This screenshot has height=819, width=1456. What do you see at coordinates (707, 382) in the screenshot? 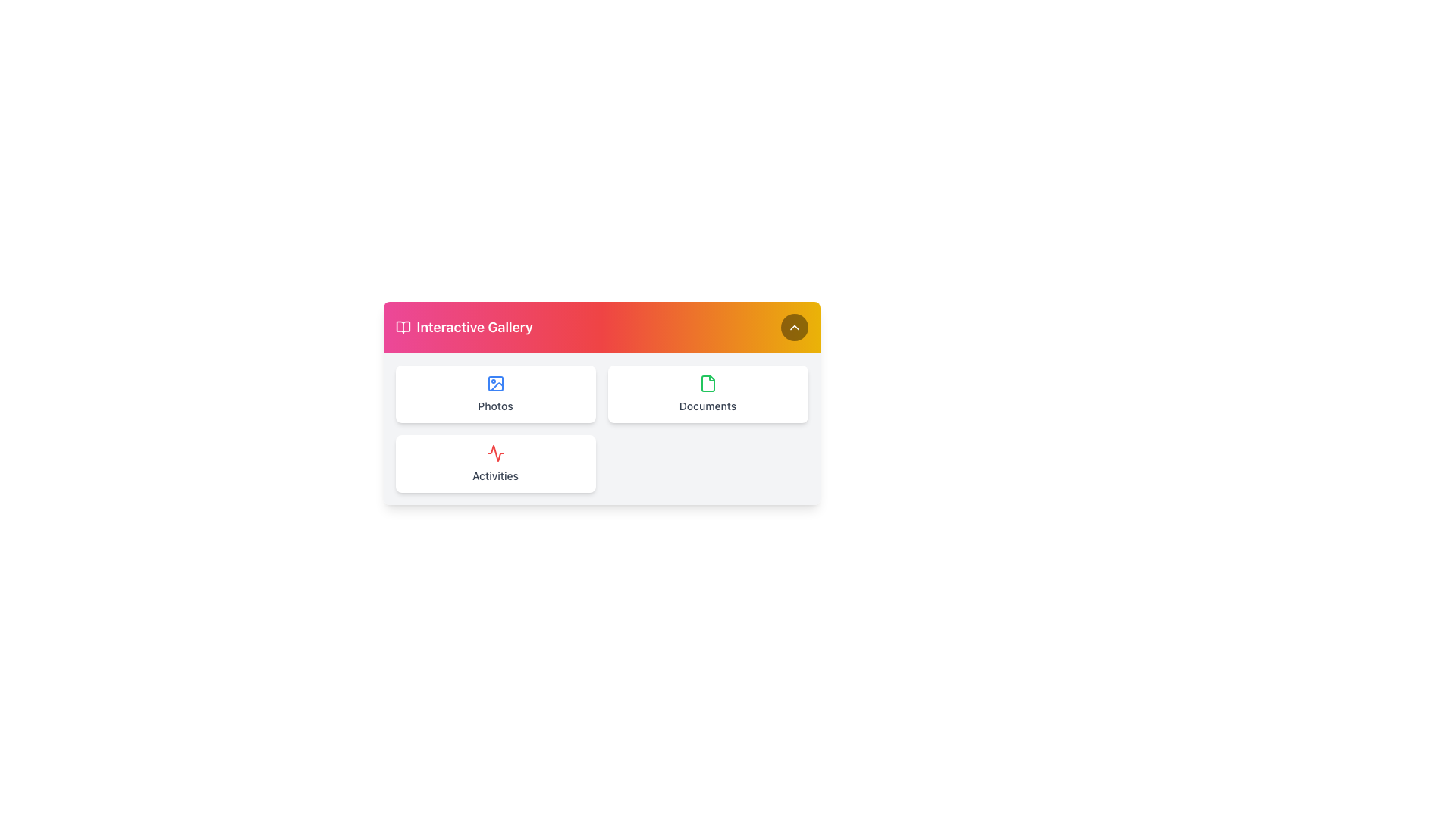
I see `the green document icon located in the 'Documents' button within the second column of the top row in the grid layout` at bounding box center [707, 382].